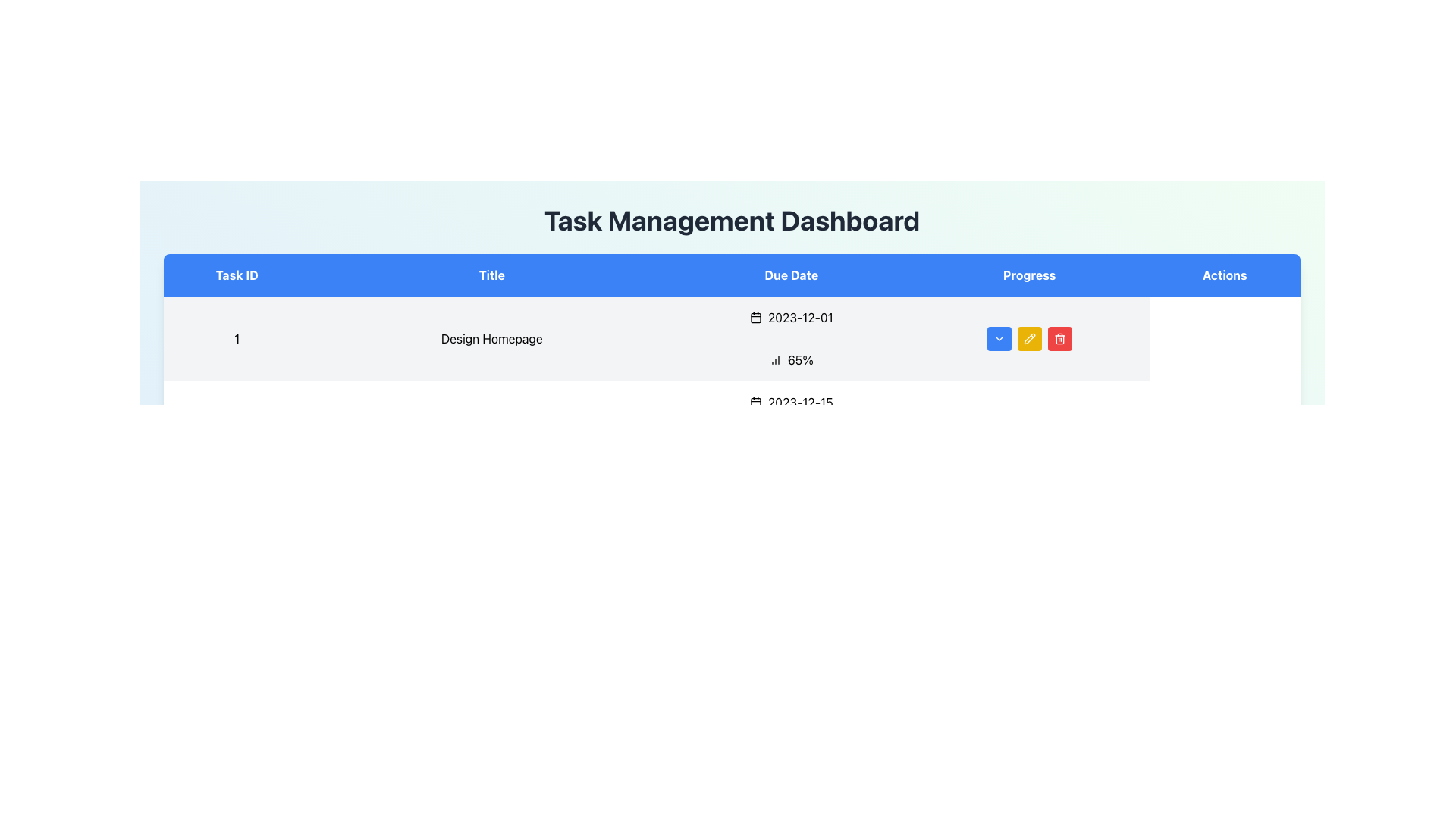 This screenshot has width=1456, height=819. Describe the element at coordinates (790, 317) in the screenshot. I see `the date display label showing '2023-12-01', located in the third column under 'Due Date', which is adjacent to 'Design Homepage' and above '65%'` at that location.